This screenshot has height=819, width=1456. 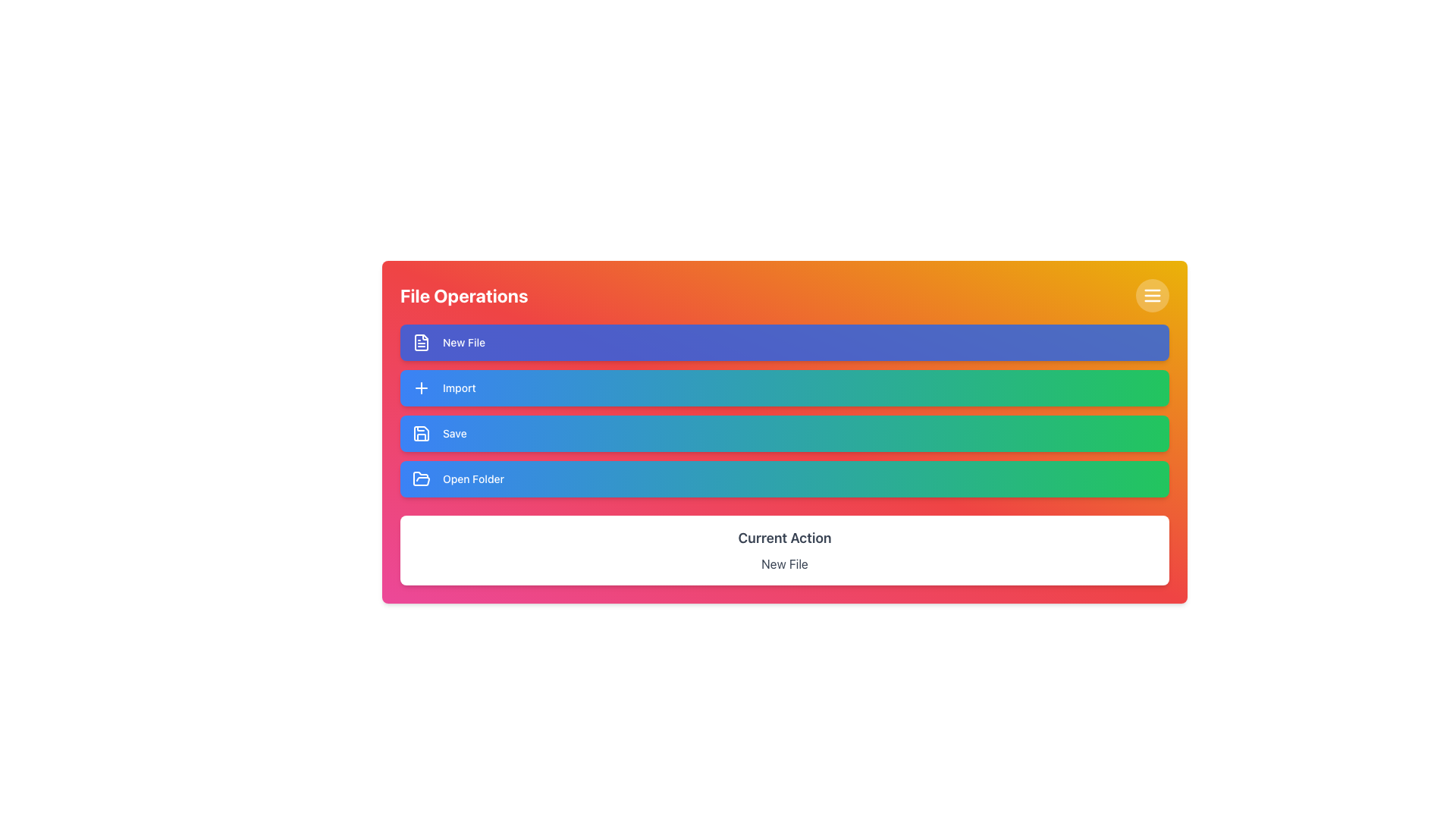 I want to click on the document file icon located in the 'File Operations' section, which is the first option in the vertical list and is accompanied by the 'New File' label, so click(x=422, y=342).